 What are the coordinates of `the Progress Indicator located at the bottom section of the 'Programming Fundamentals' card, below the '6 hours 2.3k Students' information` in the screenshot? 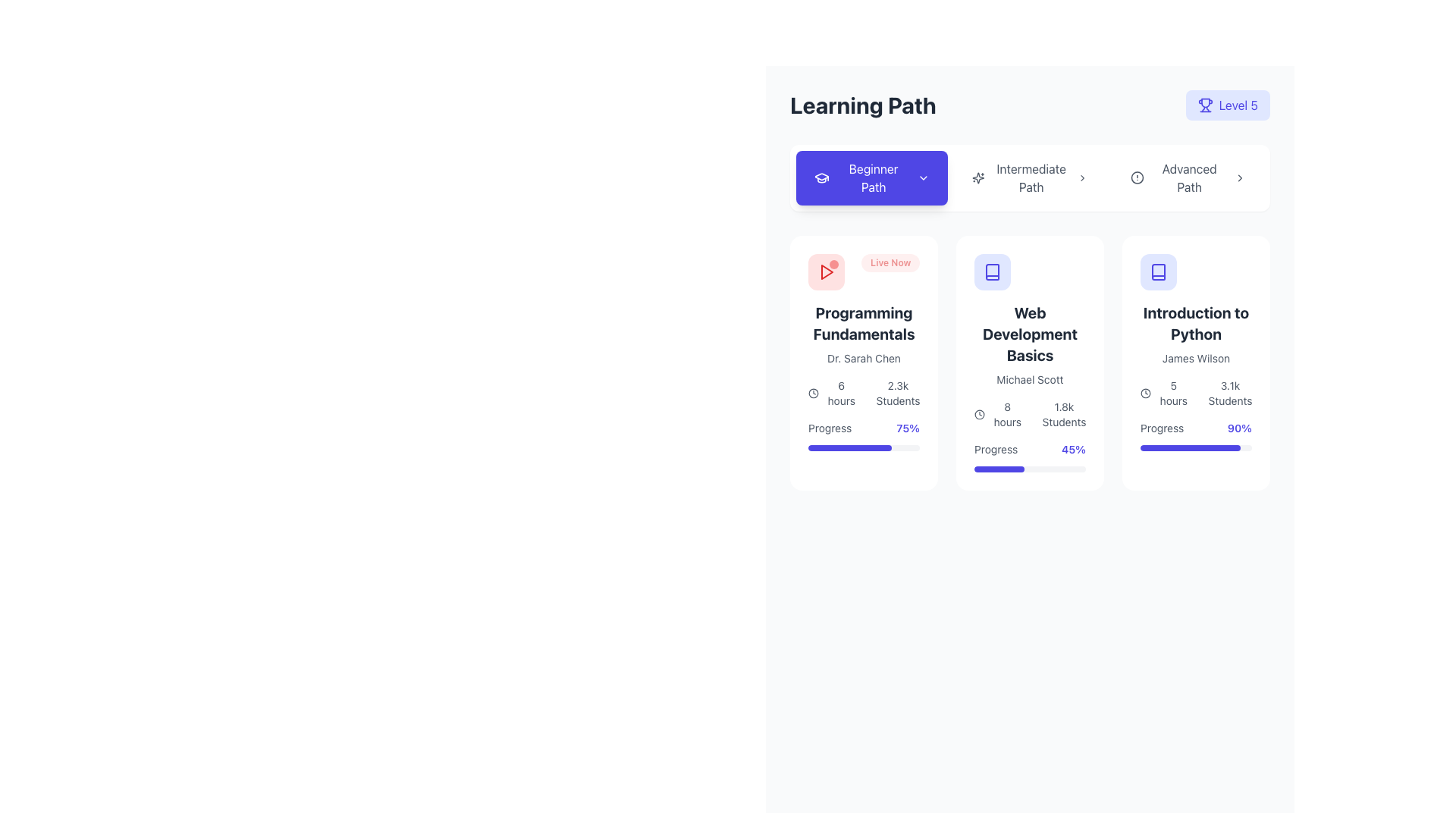 It's located at (864, 435).